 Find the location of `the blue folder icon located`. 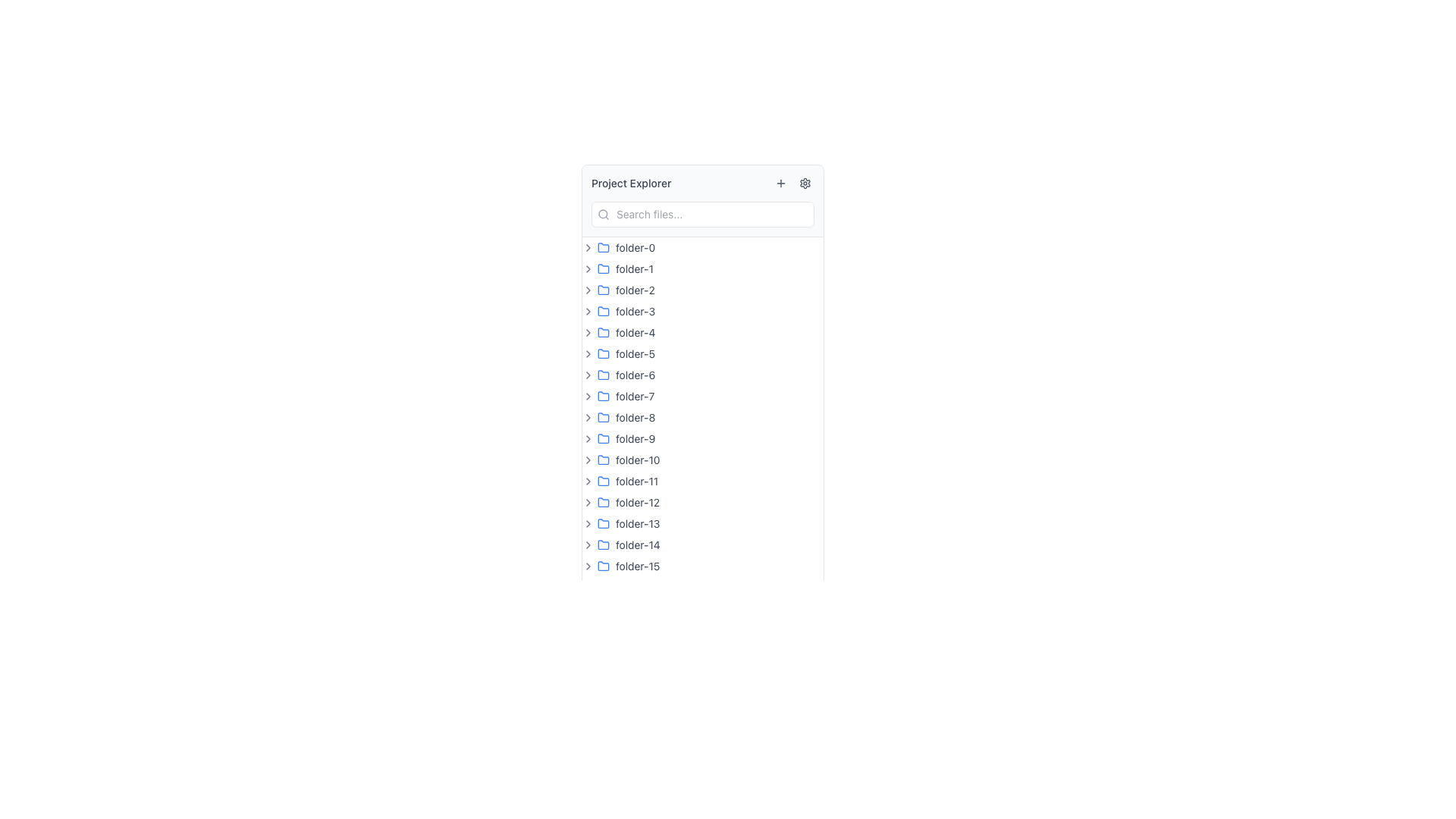

the blue folder icon located is located at coordinates (603, 417).